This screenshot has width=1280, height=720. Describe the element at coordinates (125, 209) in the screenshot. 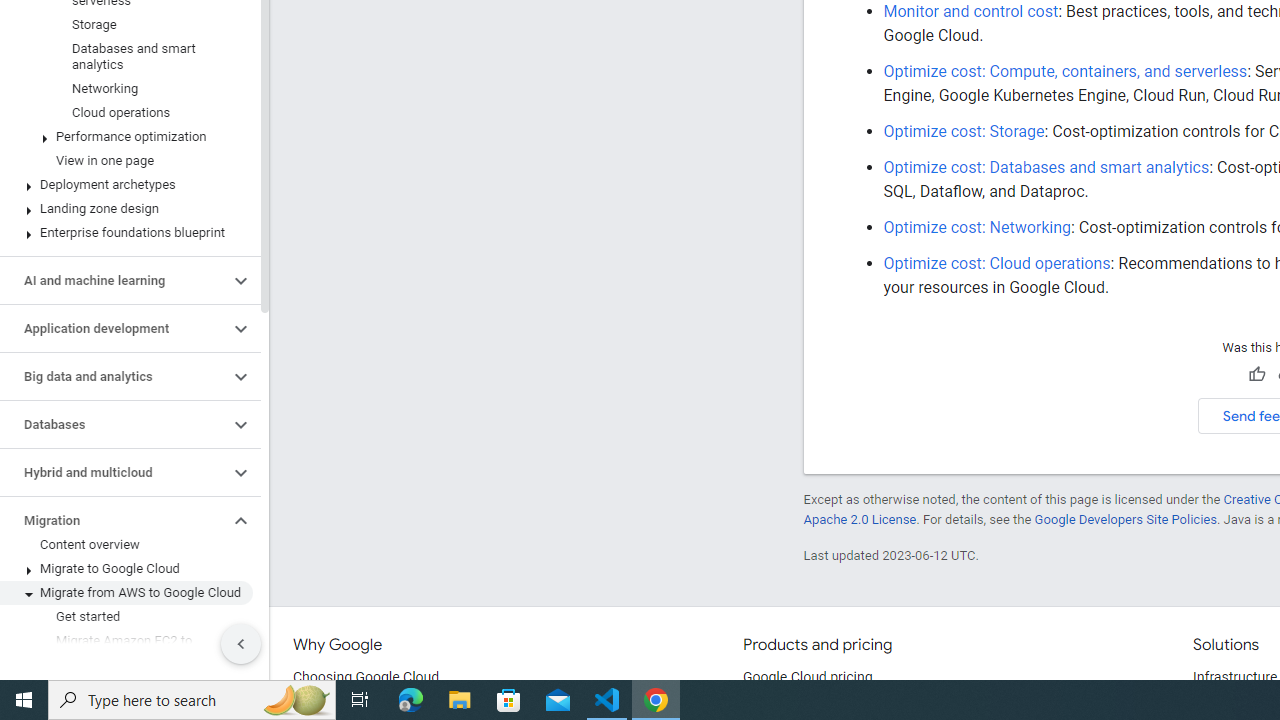

I see `'Landing zone design'` at that location.